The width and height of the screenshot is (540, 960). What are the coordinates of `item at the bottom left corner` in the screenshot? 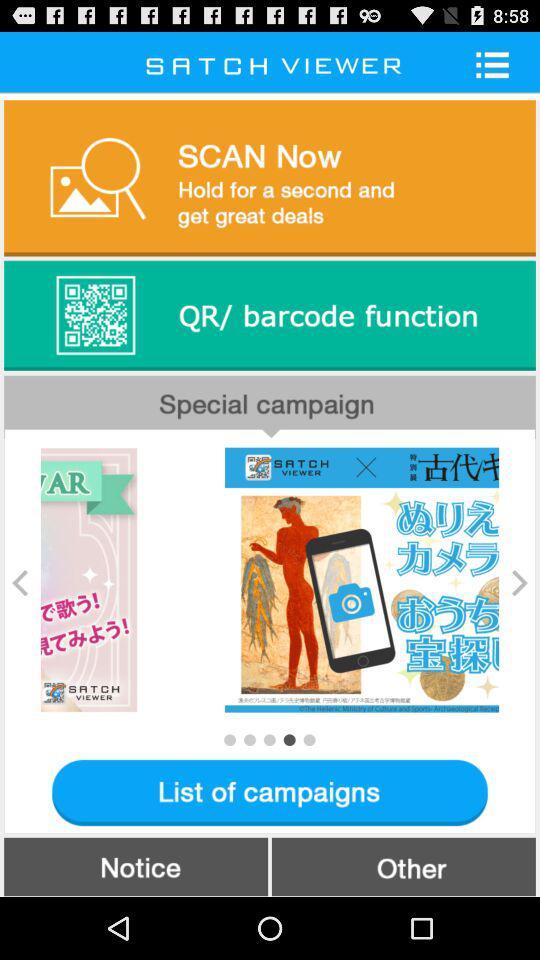 It's located at (135, 865).